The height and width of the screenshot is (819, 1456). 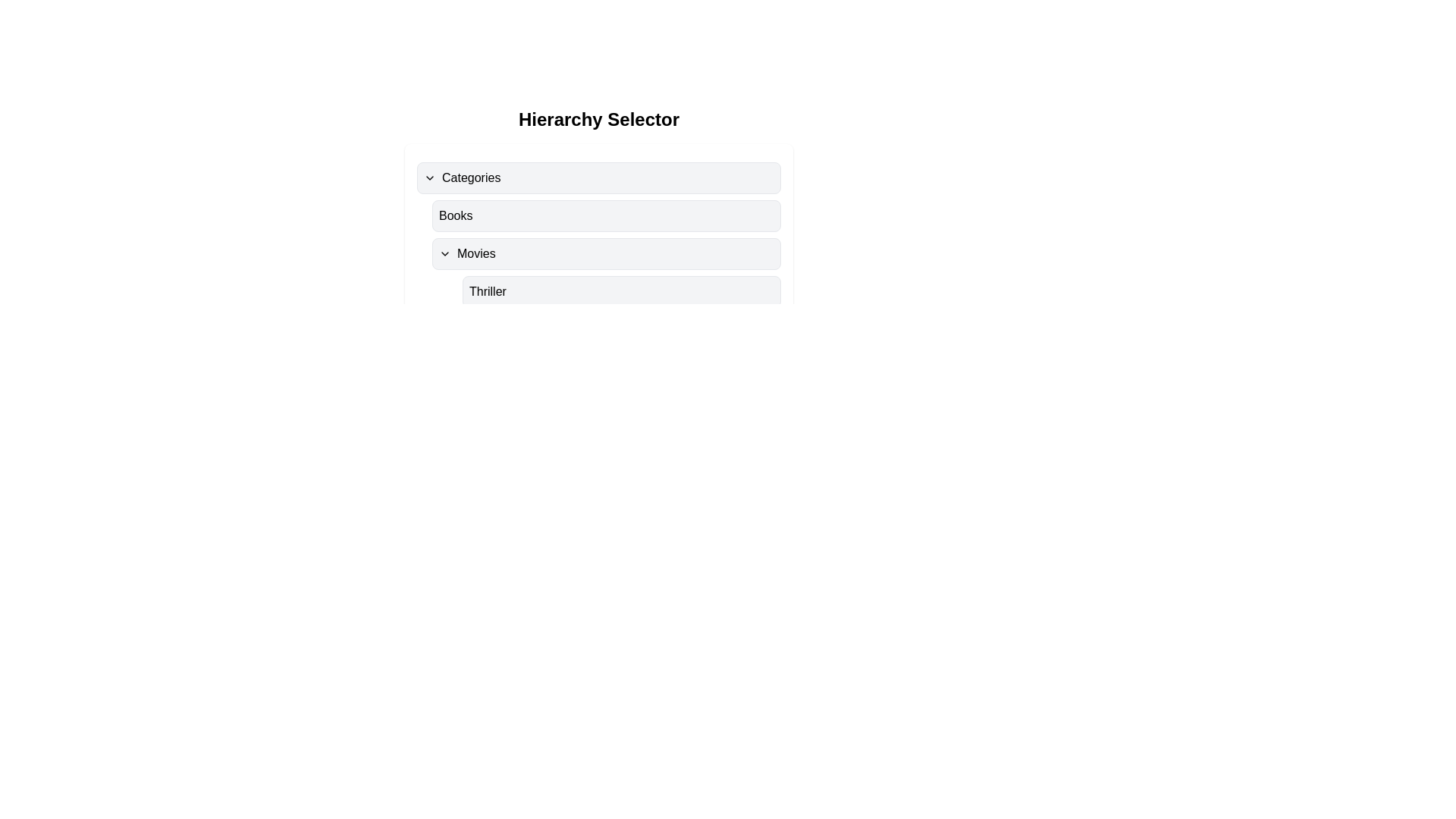 What do you see at coordinates (598, 119) in the screenshot?
I see `Text header label at the top of the hierarchical selector interface to understand its purpose` at bounding box center [598, 119].